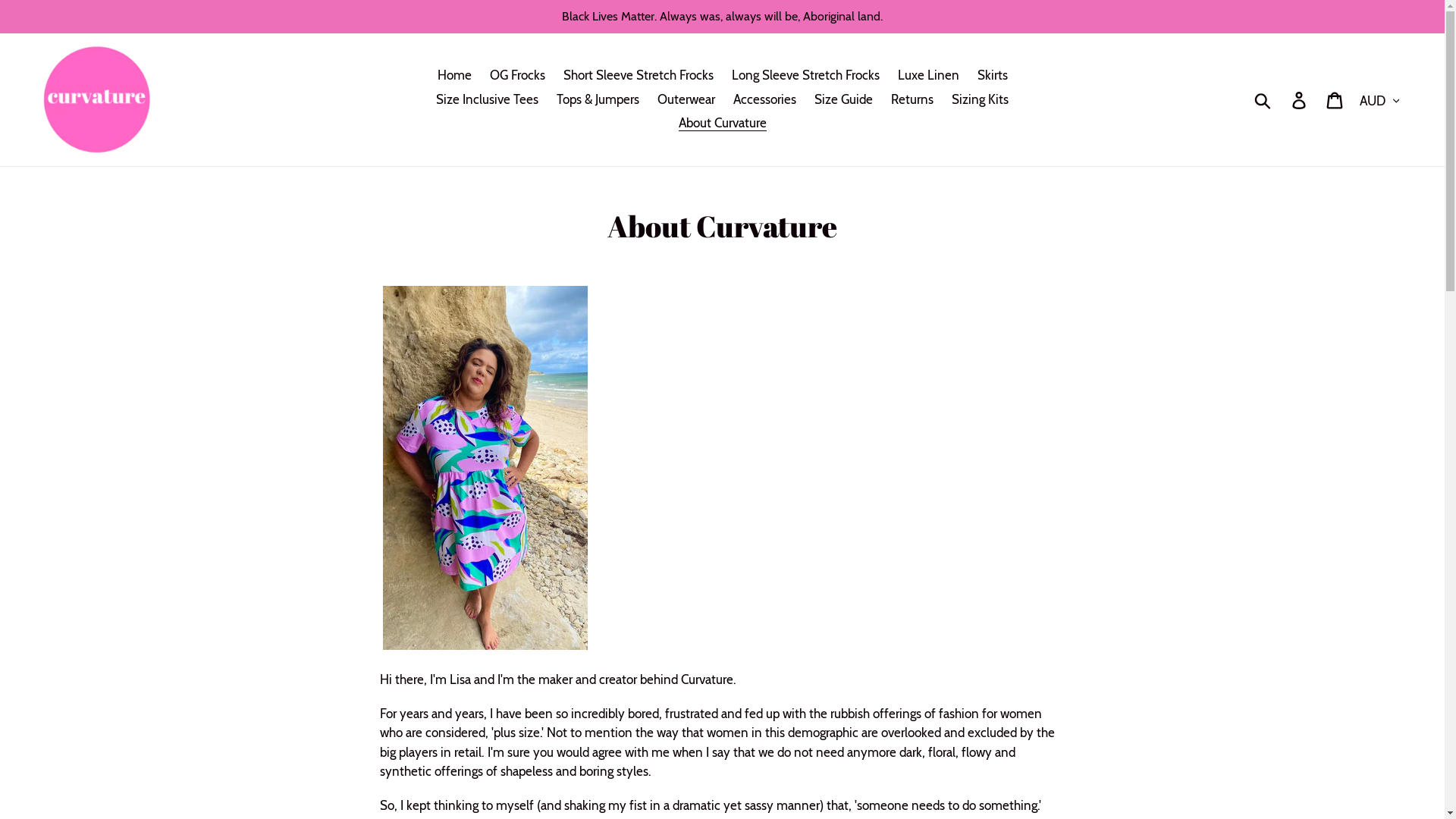  I want to click on 'About Curvature', so click(720, 122).